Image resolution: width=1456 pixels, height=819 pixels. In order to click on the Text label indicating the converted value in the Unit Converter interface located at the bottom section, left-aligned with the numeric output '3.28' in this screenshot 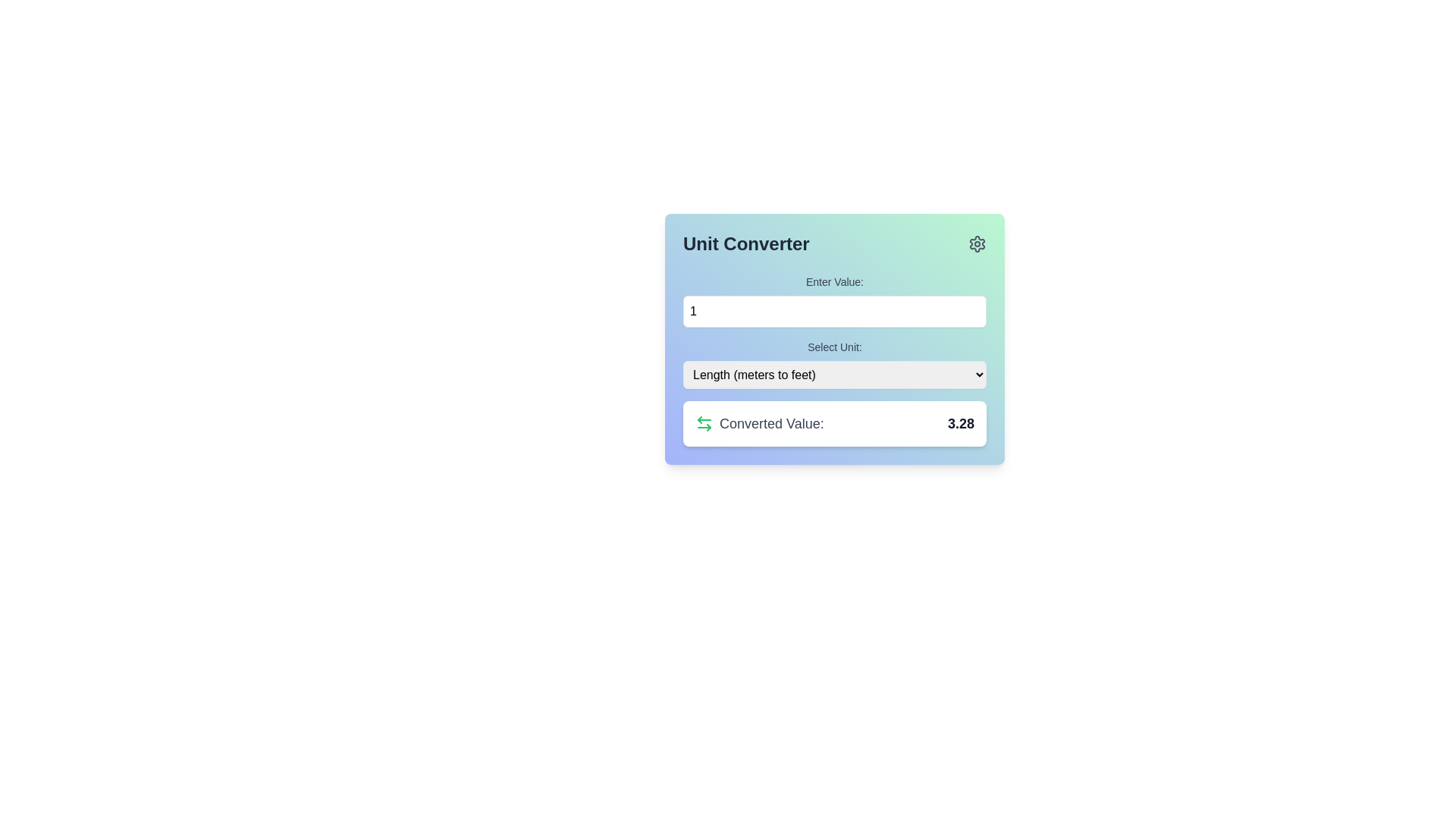, I will do `click(759, 424)`.